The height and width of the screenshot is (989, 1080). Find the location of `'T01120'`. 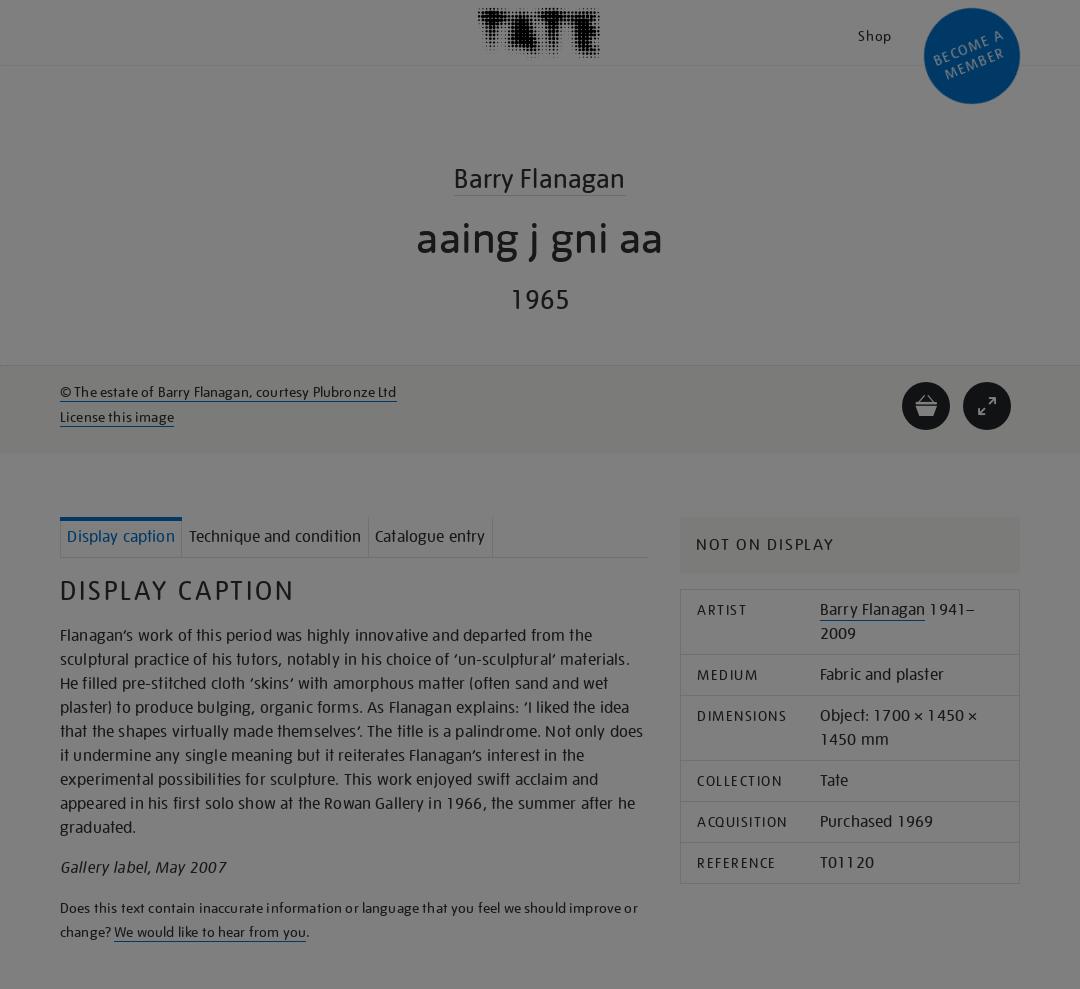

'T01120' is located at coordinates (818, 863).